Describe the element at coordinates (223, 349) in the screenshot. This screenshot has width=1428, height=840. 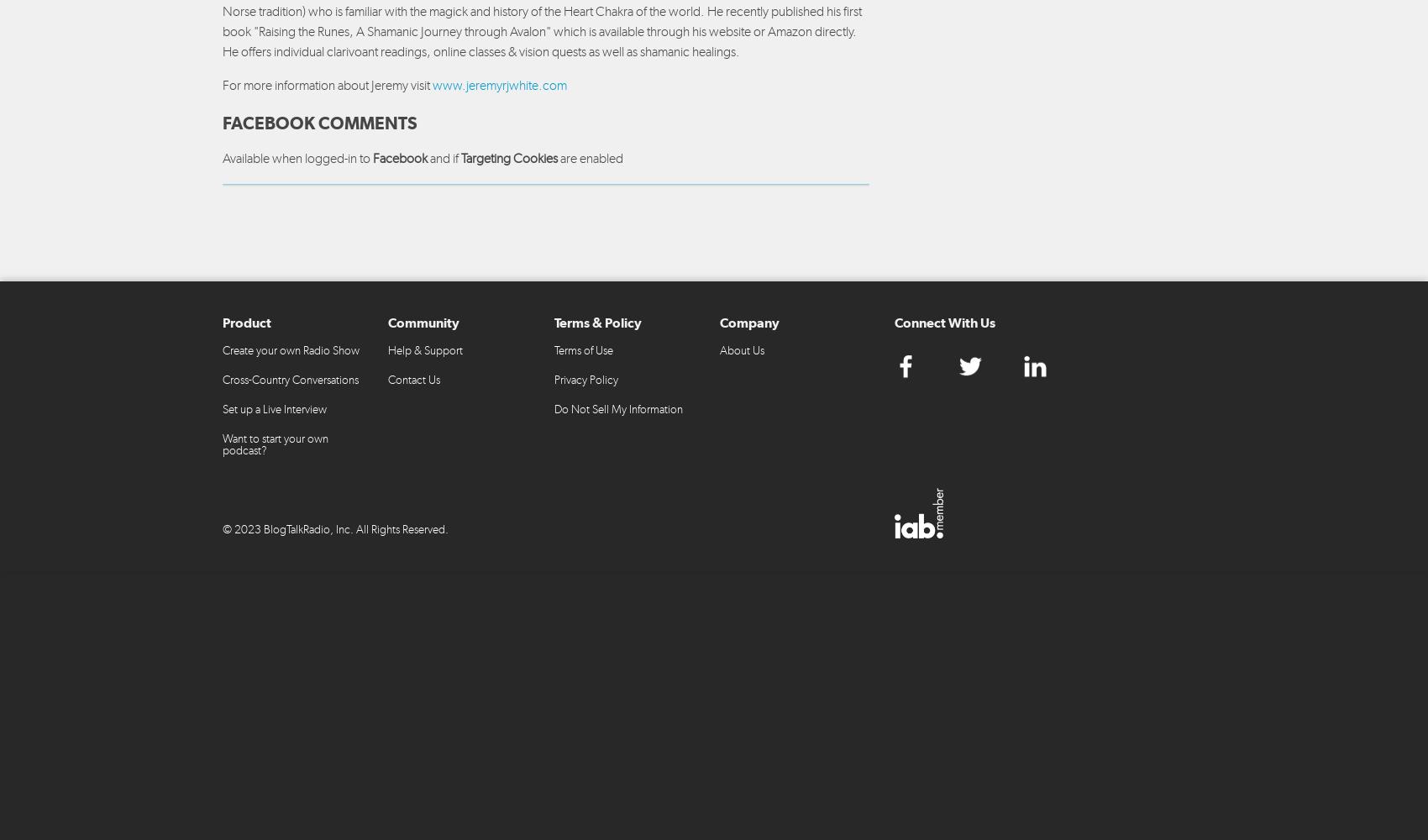
I see `'Create your own Radio Show'` at that location.